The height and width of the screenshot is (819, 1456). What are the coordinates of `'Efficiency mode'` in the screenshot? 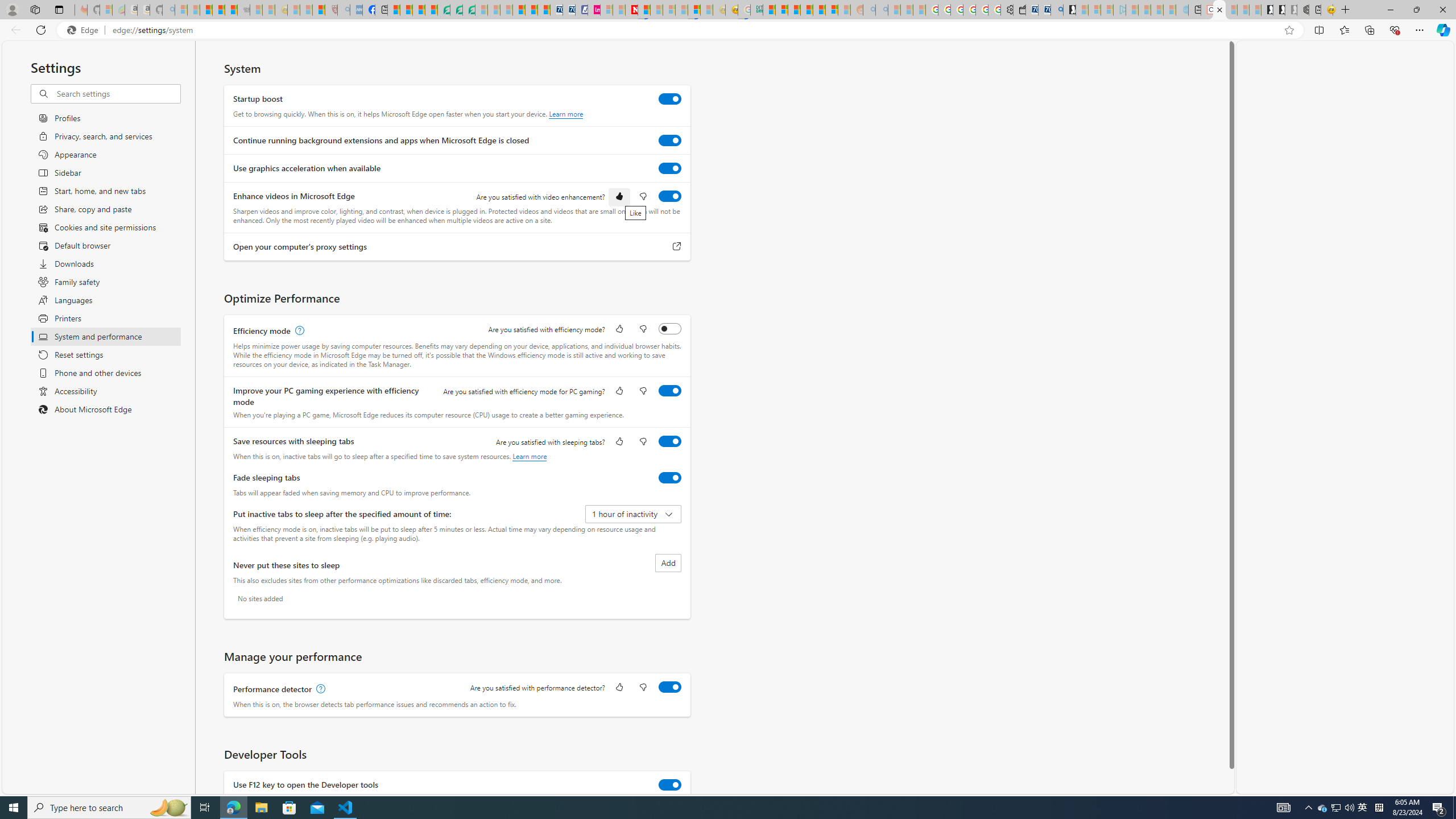 It's located at (669, 328).